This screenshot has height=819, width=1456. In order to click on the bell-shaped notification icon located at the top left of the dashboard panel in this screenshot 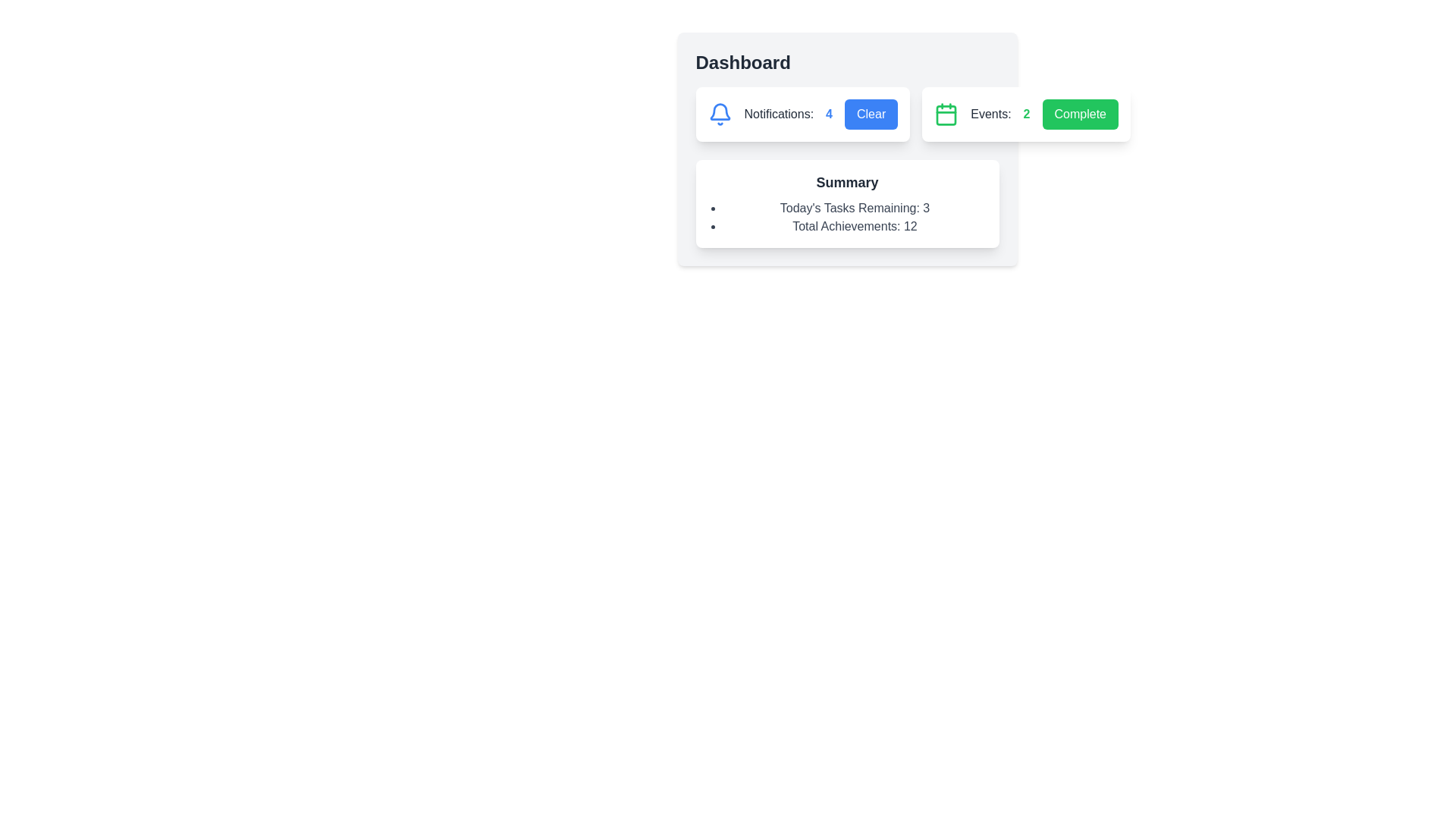, I will do `click(719, 111)`.